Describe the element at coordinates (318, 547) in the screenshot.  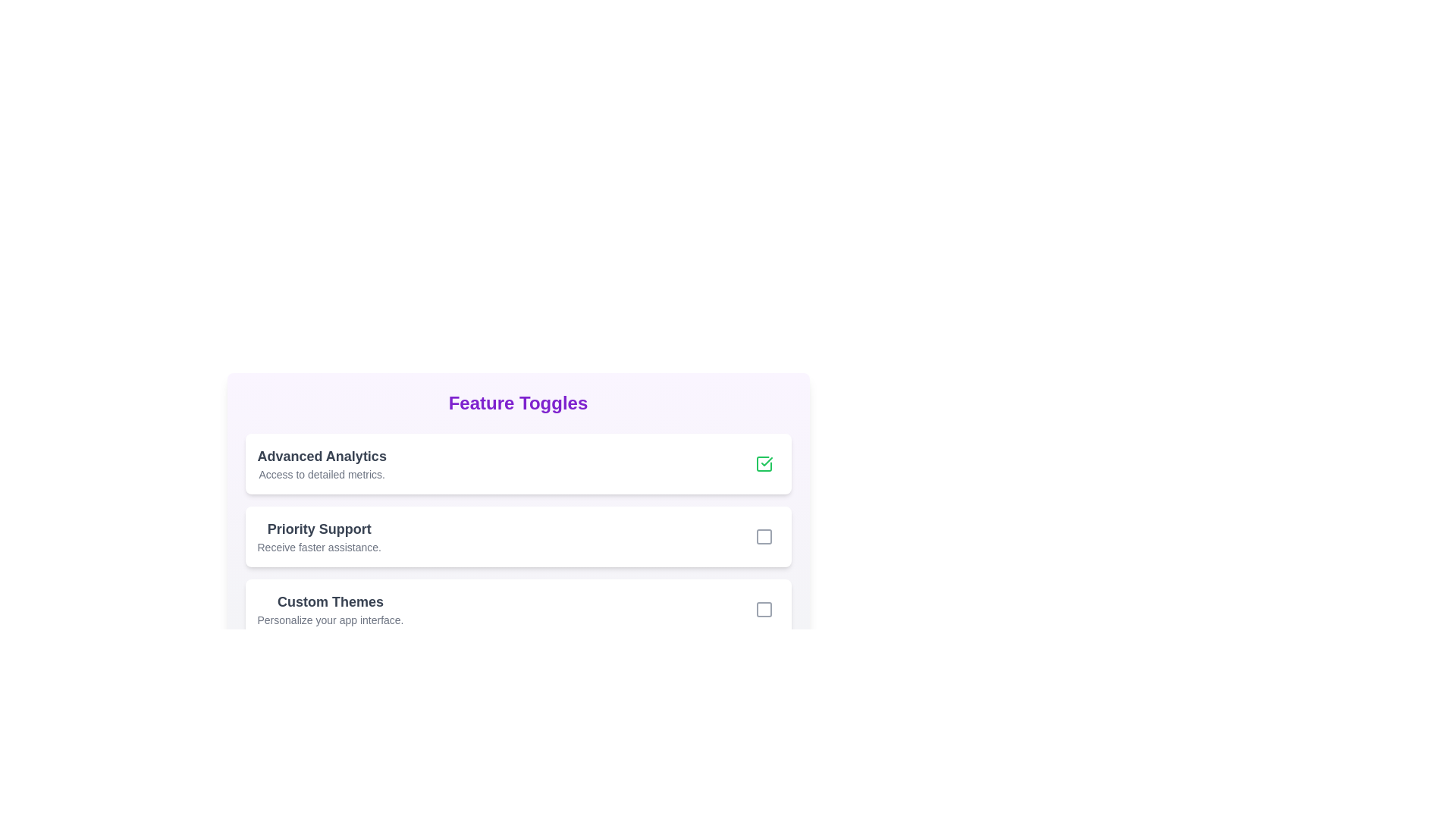
I see `text displayed below the 'Priority Support' feature toggle, which provides additional information about it` at that location.